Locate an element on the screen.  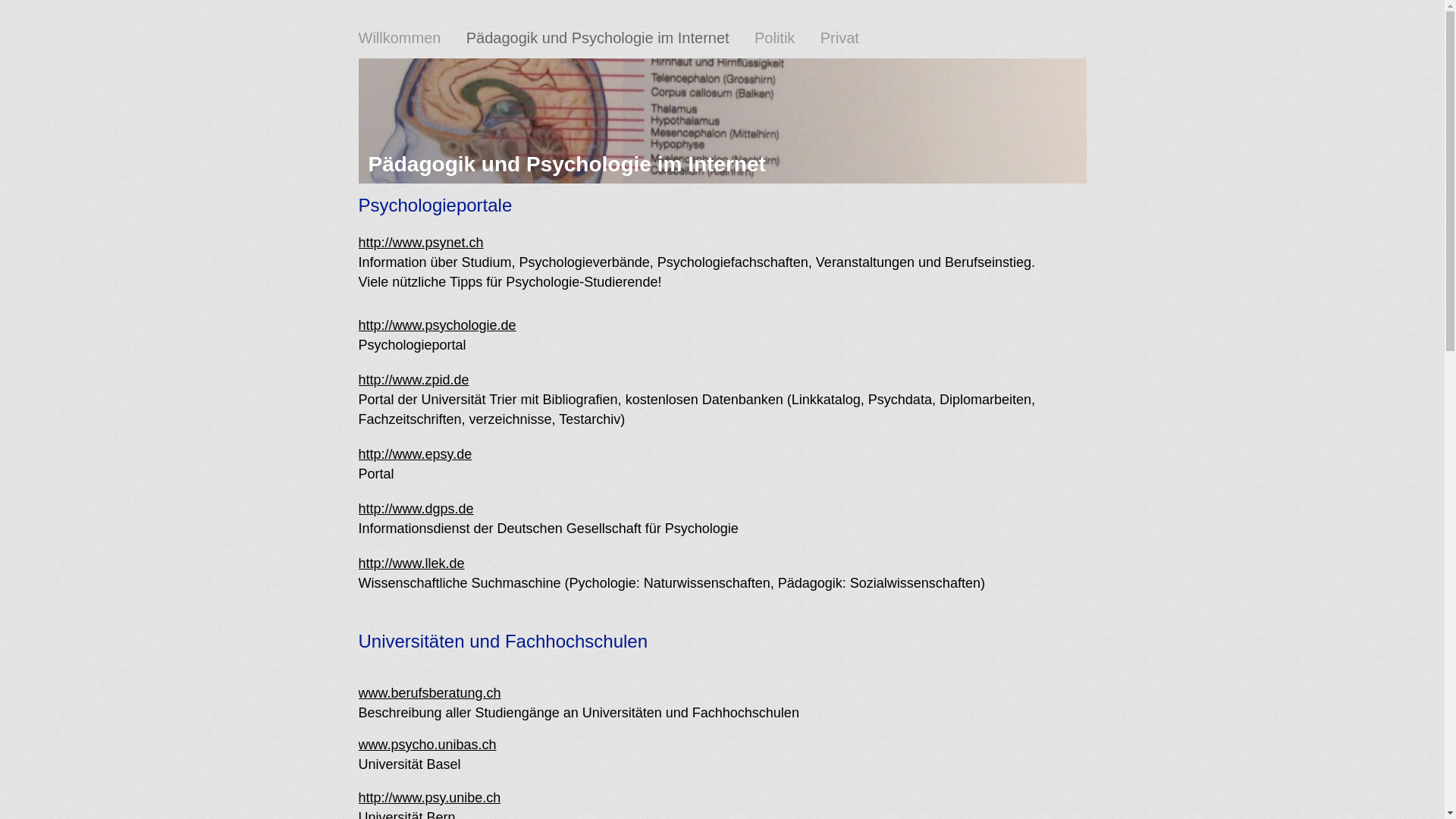
'http://www.dgps.de' is located at coordinates (356, 509).